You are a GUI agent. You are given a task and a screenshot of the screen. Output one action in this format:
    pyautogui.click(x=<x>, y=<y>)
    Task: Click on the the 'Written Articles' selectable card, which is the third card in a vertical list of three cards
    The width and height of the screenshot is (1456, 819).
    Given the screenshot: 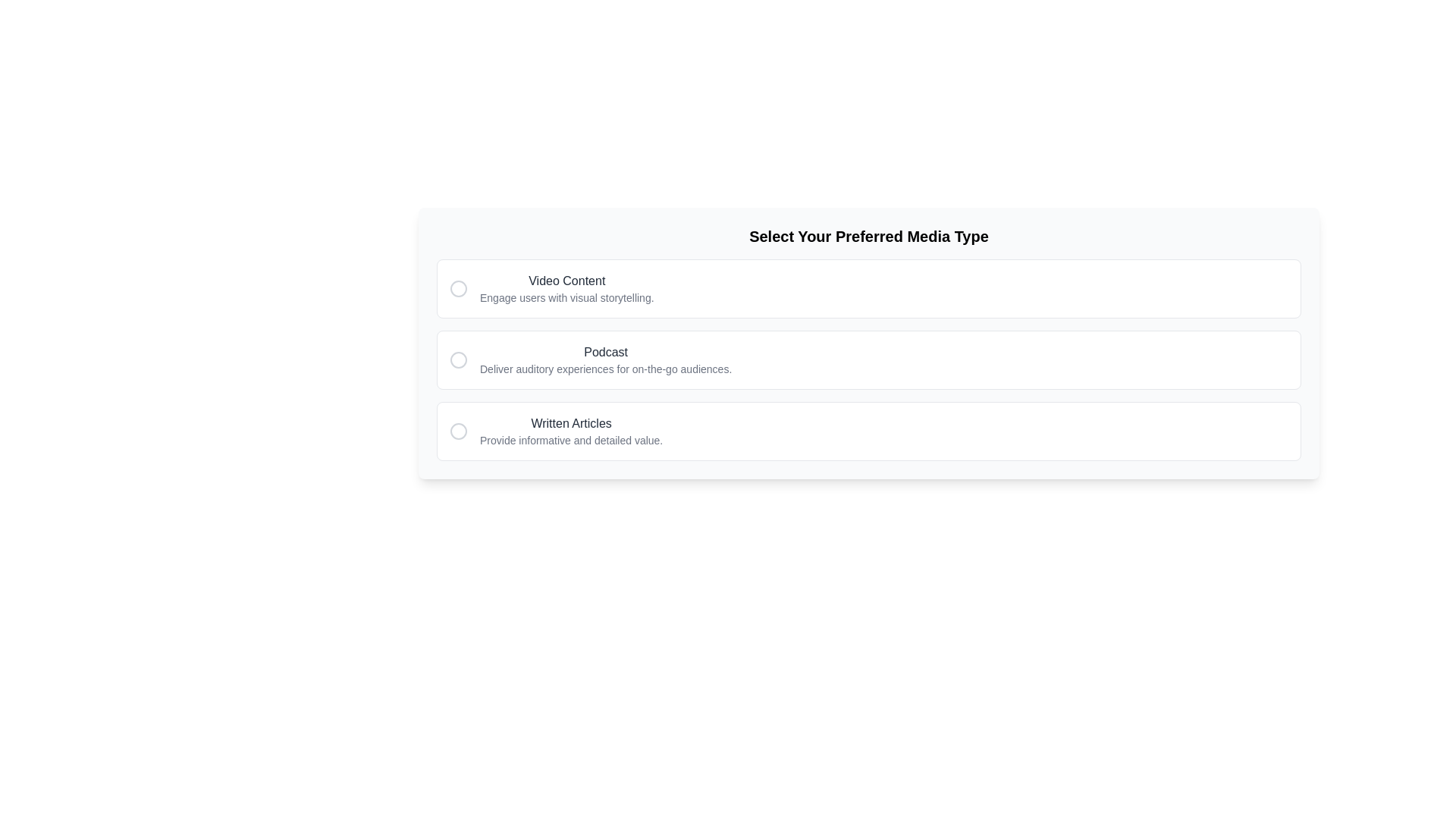 What is the action you would take?
    pyautogui.click(x=869, y=431)
    